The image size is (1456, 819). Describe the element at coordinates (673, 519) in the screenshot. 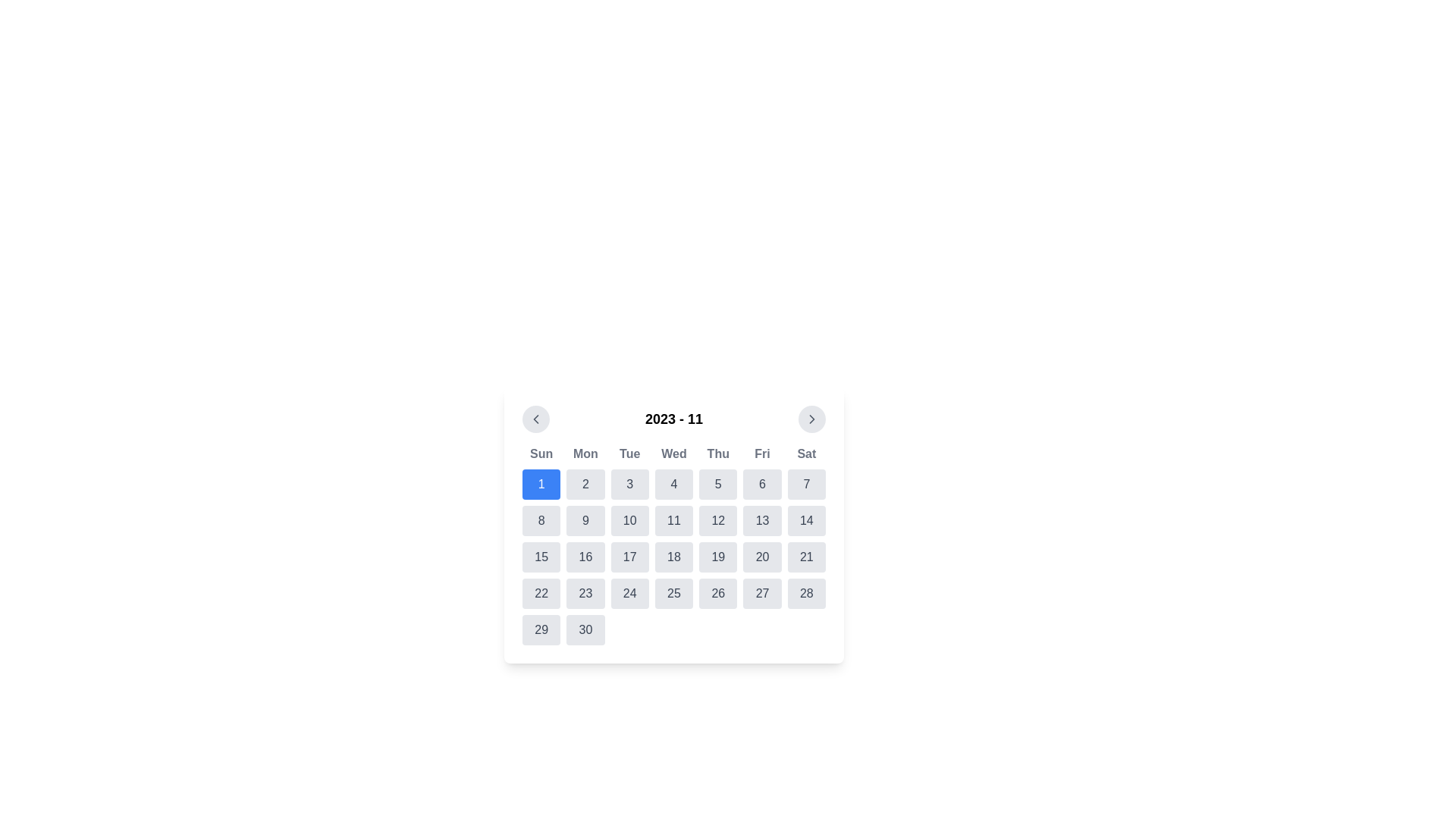

I see `the button displaying the number '11' in the calendar layout to change its background color` at that location.